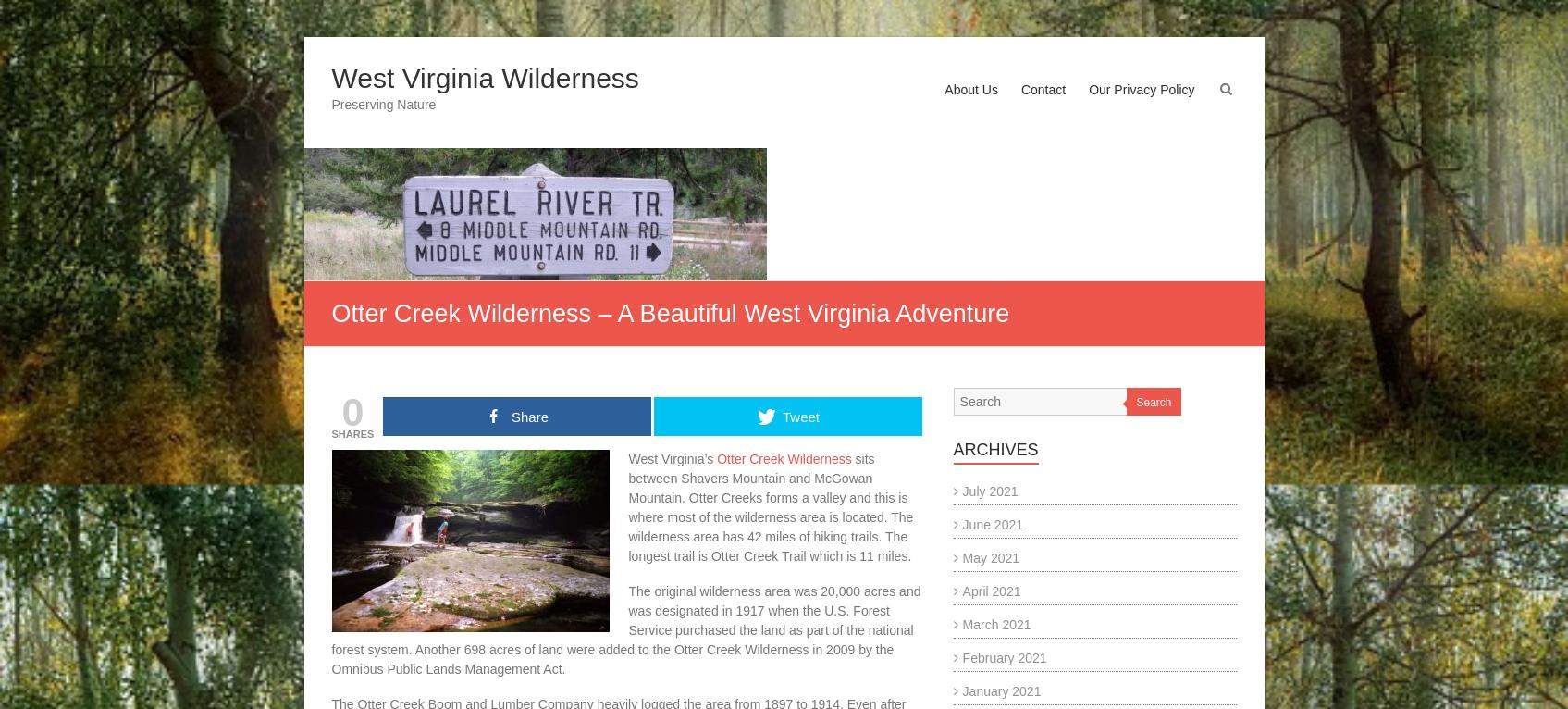 The image size is (1568, 709). I want to click on 'The original wilderness area was 20,000 acres and was designated in 1917 when the U.S. Forest Service purchased the land as part of the national forest system. Another 698 acres of land were added to the Otter Creek Wilderness in 2009 by the Omnibus Public Lands Management Act.', so click(625, 629).